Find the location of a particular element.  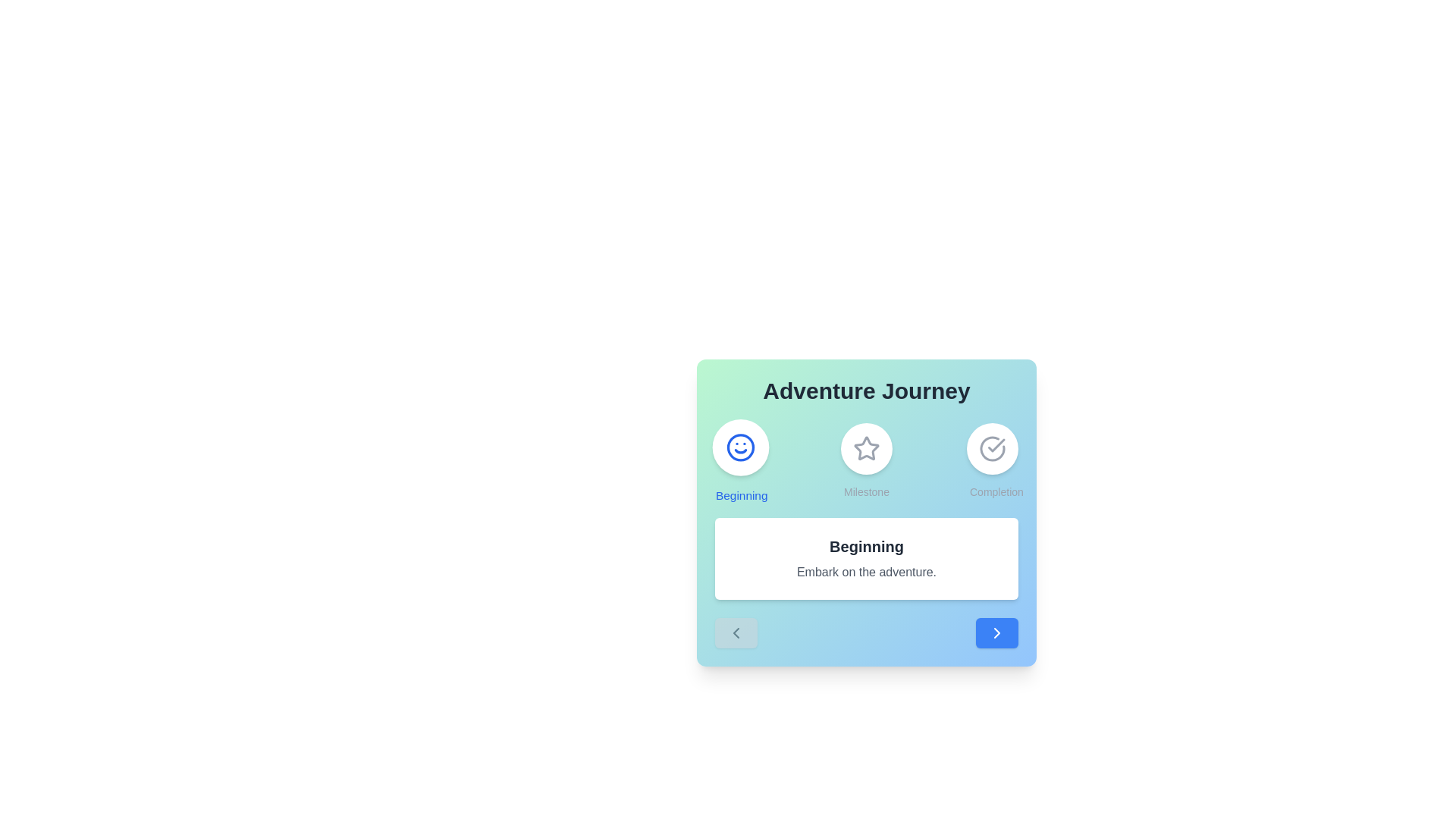

the stage icon corresponding to Beginning is located at coordinates (741, 460).